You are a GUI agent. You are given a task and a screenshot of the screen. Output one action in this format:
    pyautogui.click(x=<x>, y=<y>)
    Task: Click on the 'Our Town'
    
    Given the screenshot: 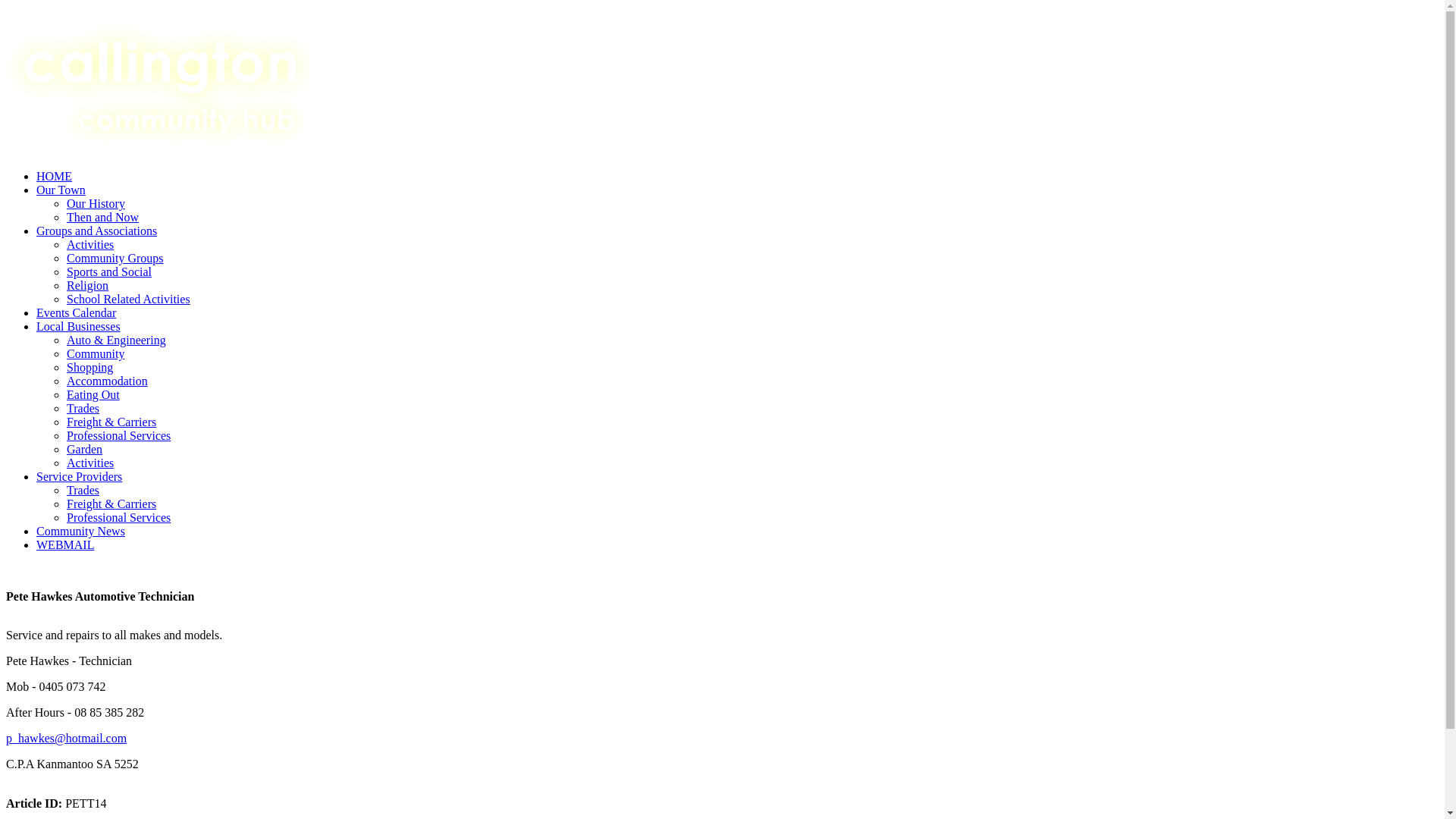 What is the action you would take?
    pyautogui.click(x=61, y=189)
    